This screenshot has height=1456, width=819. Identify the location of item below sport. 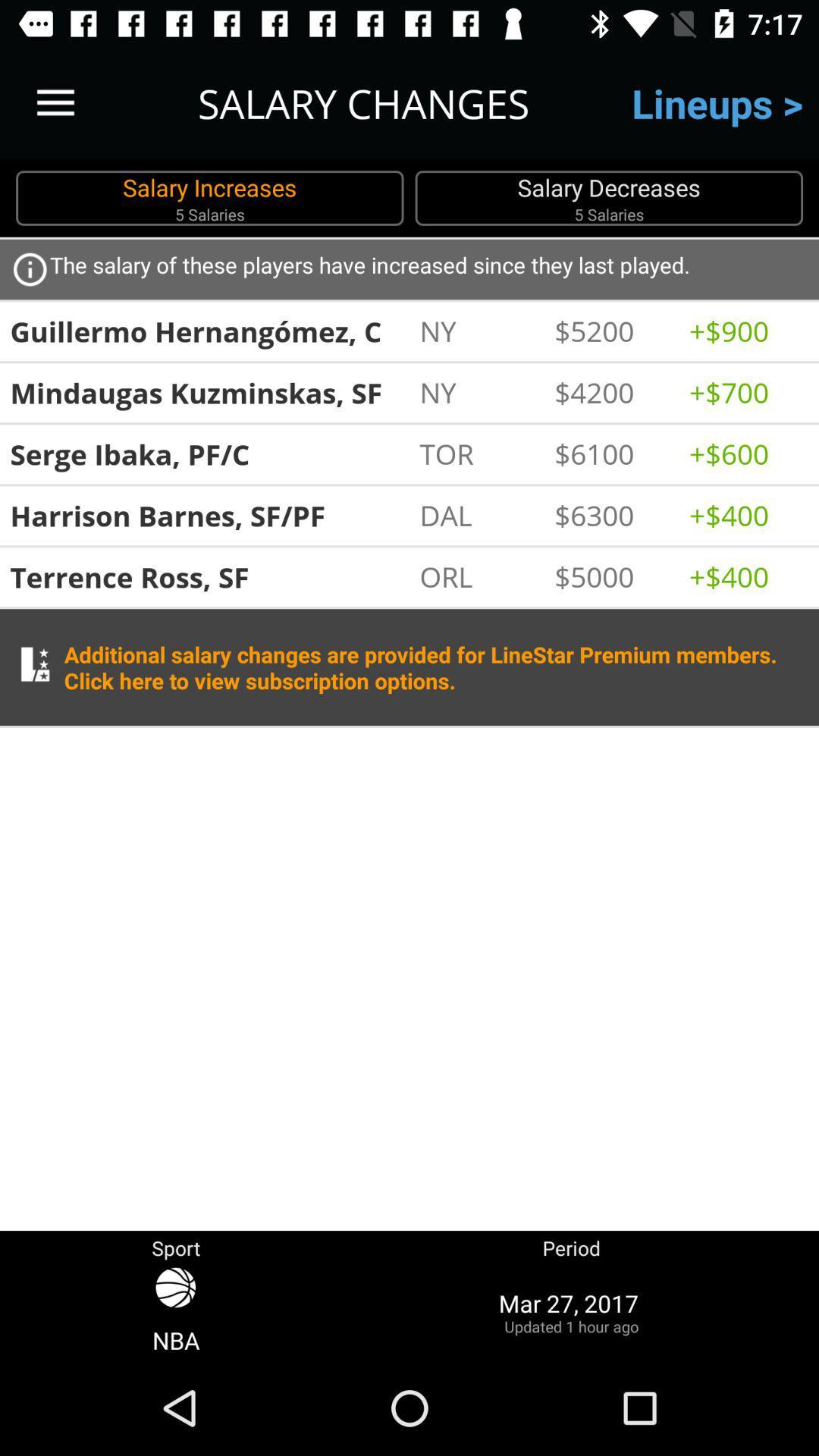
(175, 1311).